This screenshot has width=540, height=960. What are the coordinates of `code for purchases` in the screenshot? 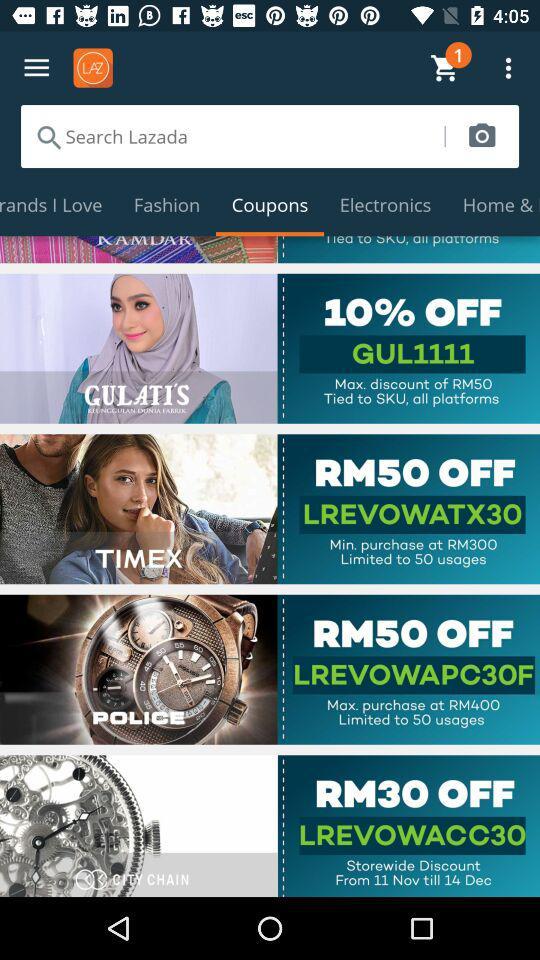 It's located at (270, 669).